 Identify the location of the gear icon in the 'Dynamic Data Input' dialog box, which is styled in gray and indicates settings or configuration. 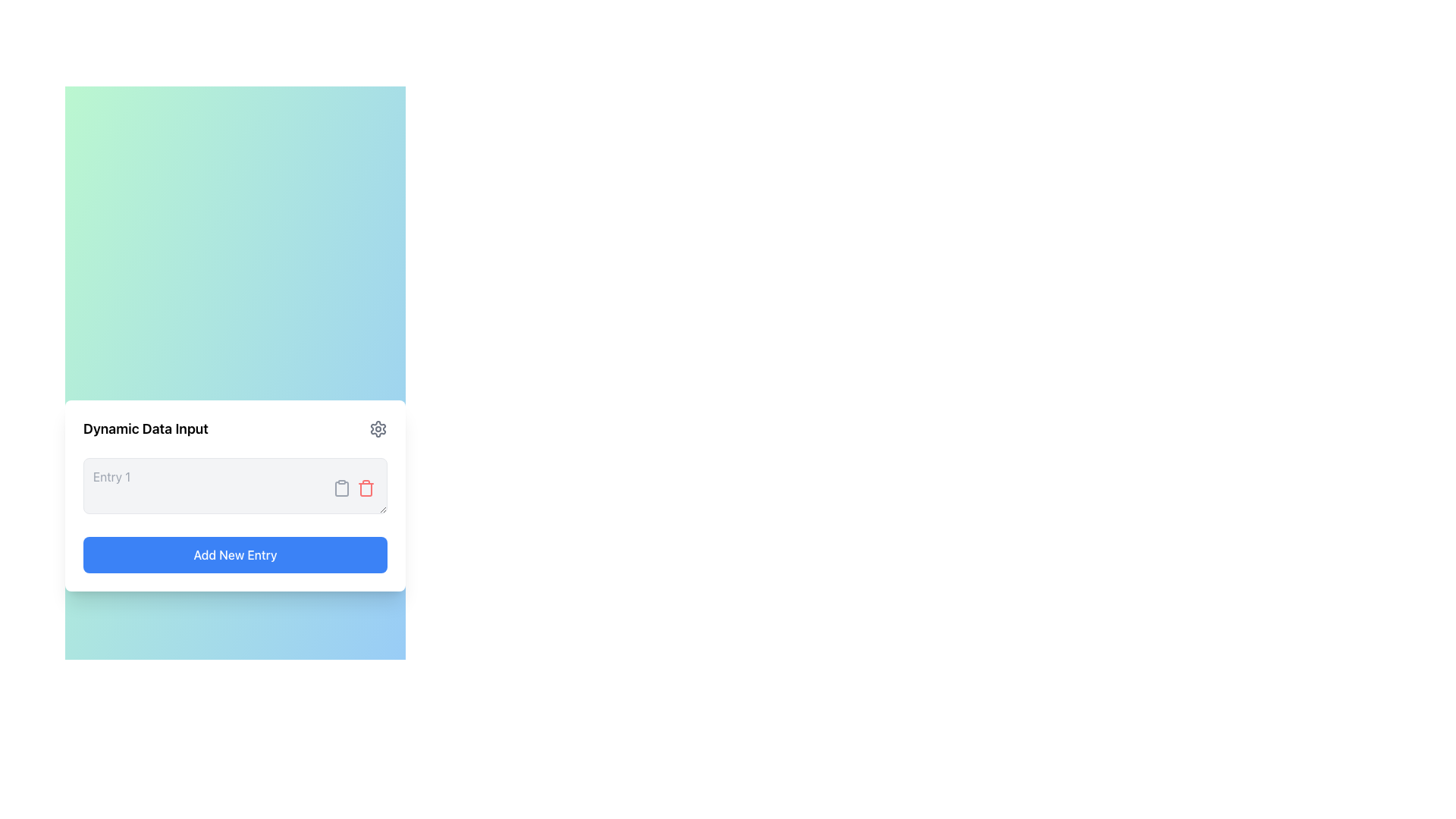
(378, 429).